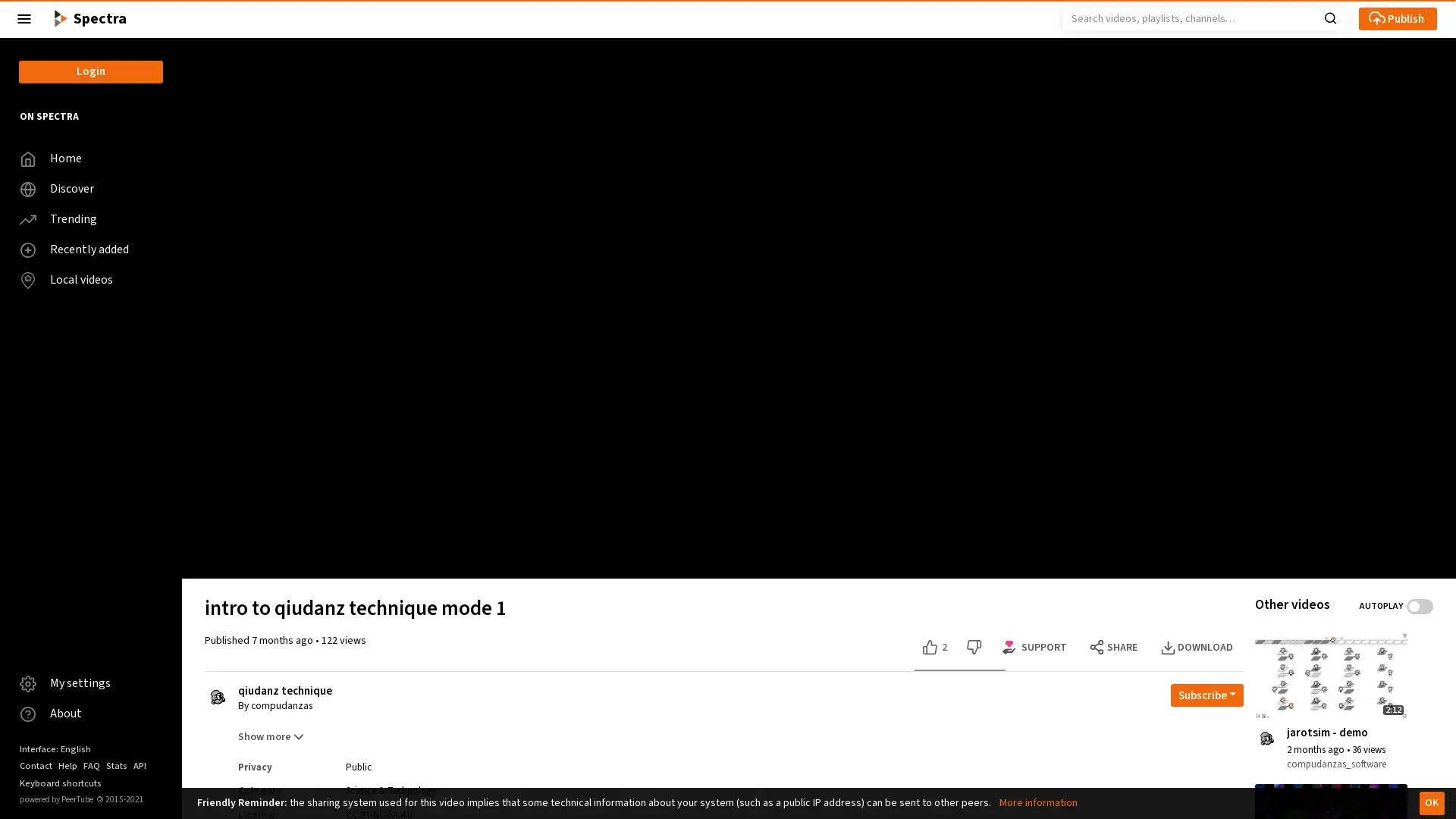 This screenshot has height=819, width=1456. I want to click on DOWNLOAD, so click(1197, 647).